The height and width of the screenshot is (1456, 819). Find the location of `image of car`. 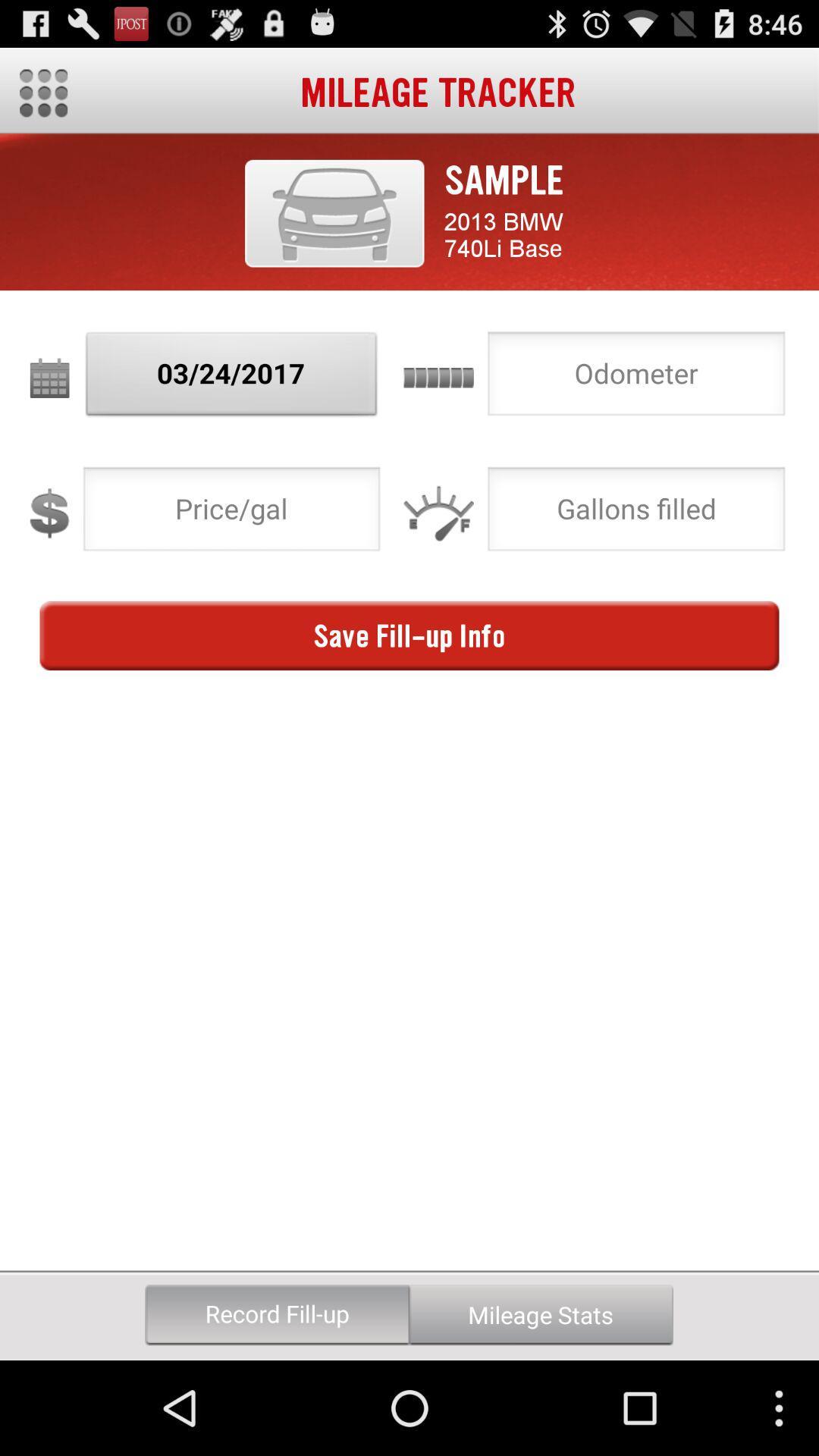

image of car is located at coordinates (334, 212).